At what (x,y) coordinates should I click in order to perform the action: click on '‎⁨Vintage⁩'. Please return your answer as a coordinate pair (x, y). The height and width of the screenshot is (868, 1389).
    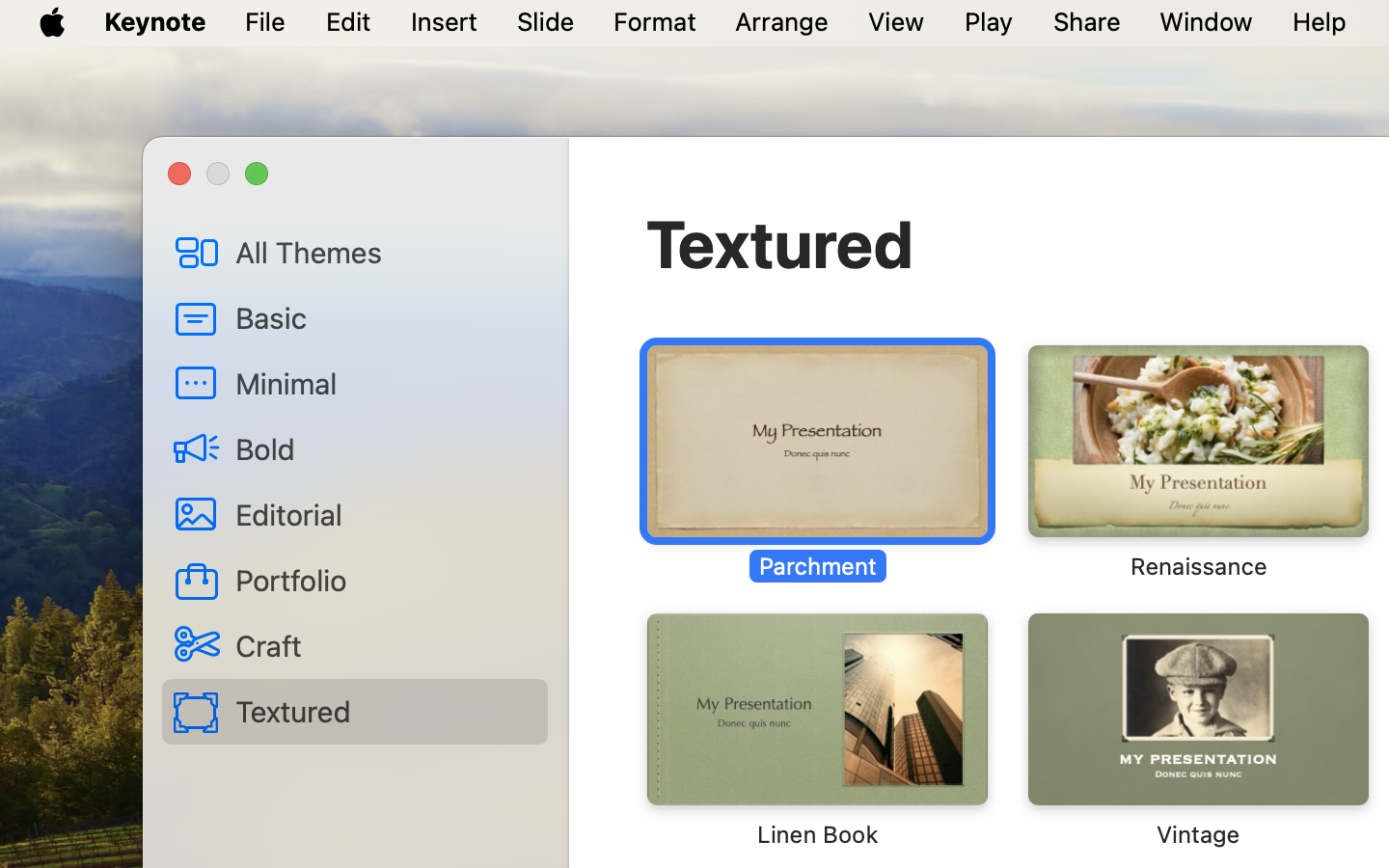
    Looking at the image, I should click on (1195, 729).